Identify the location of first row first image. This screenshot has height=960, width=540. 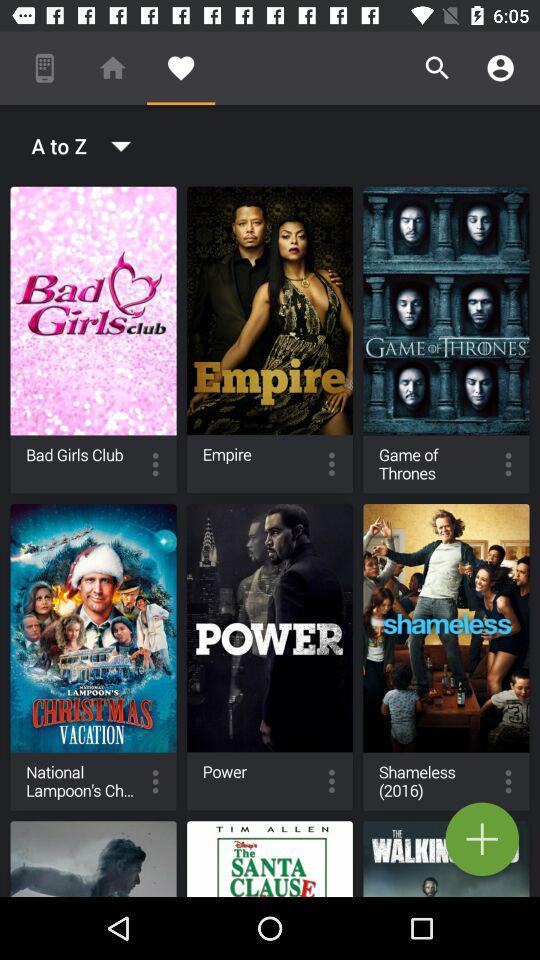
(93, 340).